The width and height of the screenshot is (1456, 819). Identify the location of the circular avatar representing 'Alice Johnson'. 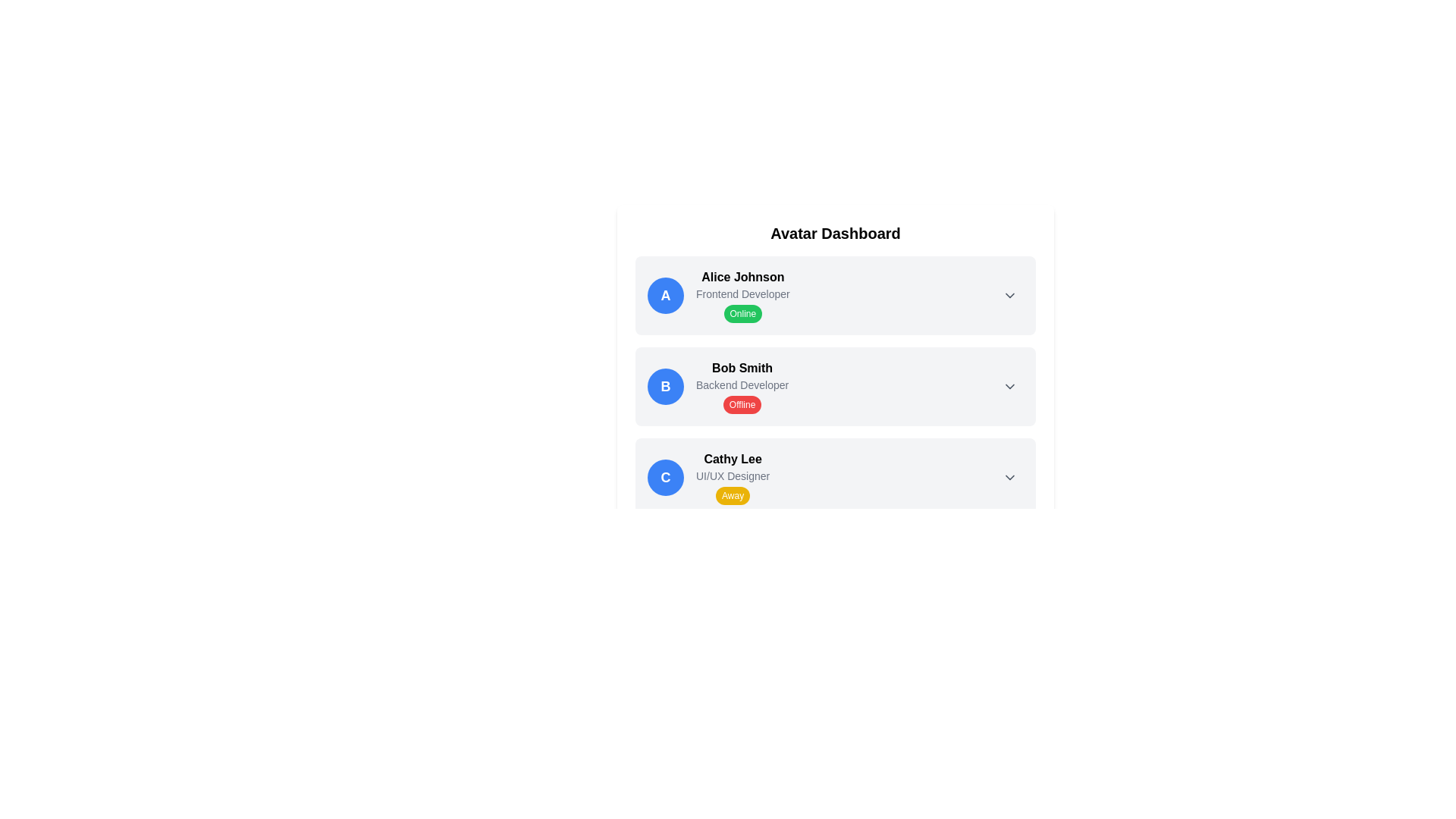
(666, 295).